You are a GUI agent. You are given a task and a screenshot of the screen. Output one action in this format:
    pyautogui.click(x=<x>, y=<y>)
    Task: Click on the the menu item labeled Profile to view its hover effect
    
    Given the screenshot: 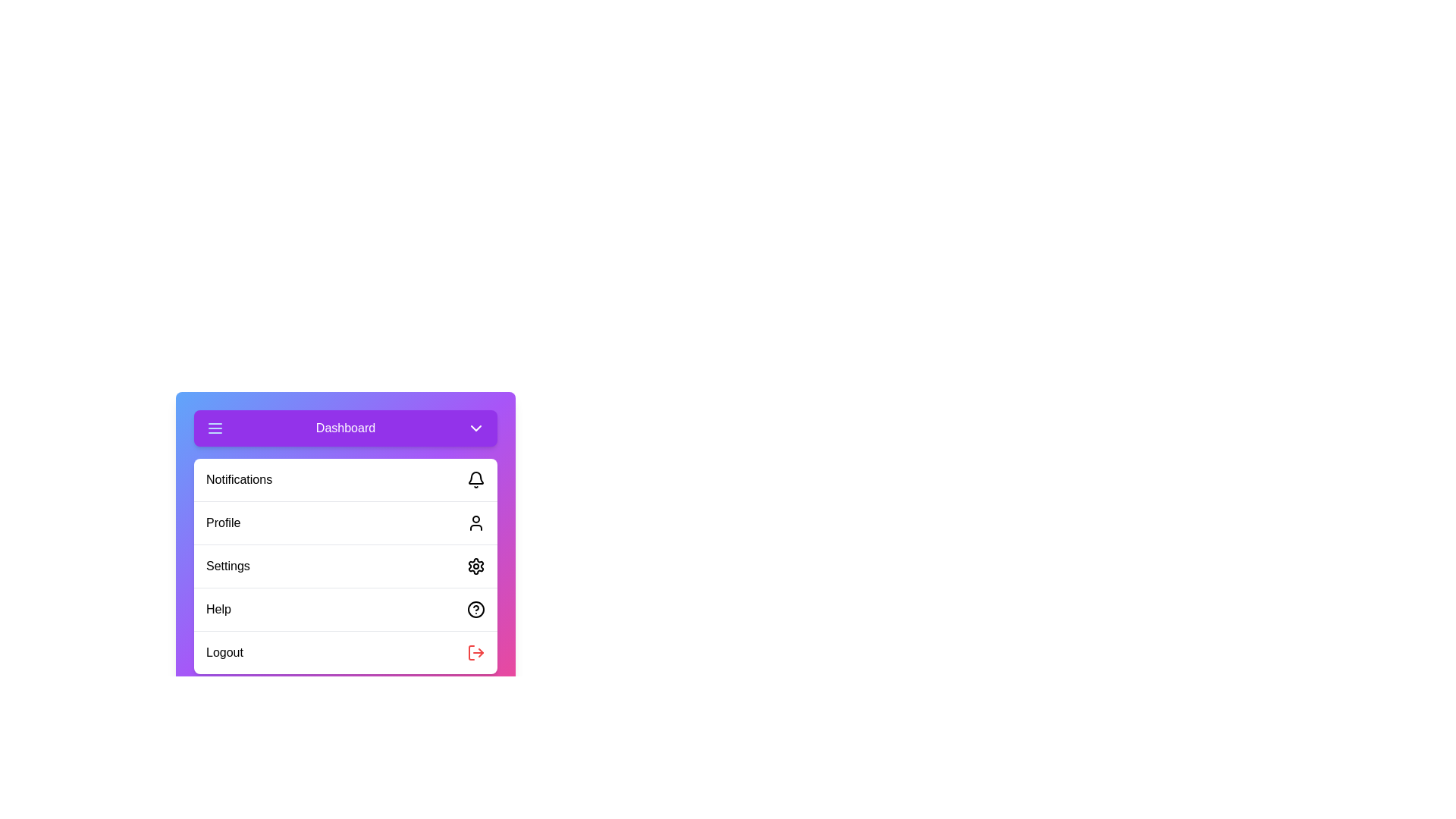 What is the action you would take?
    pyautogui.click(x=345, y=522)
    